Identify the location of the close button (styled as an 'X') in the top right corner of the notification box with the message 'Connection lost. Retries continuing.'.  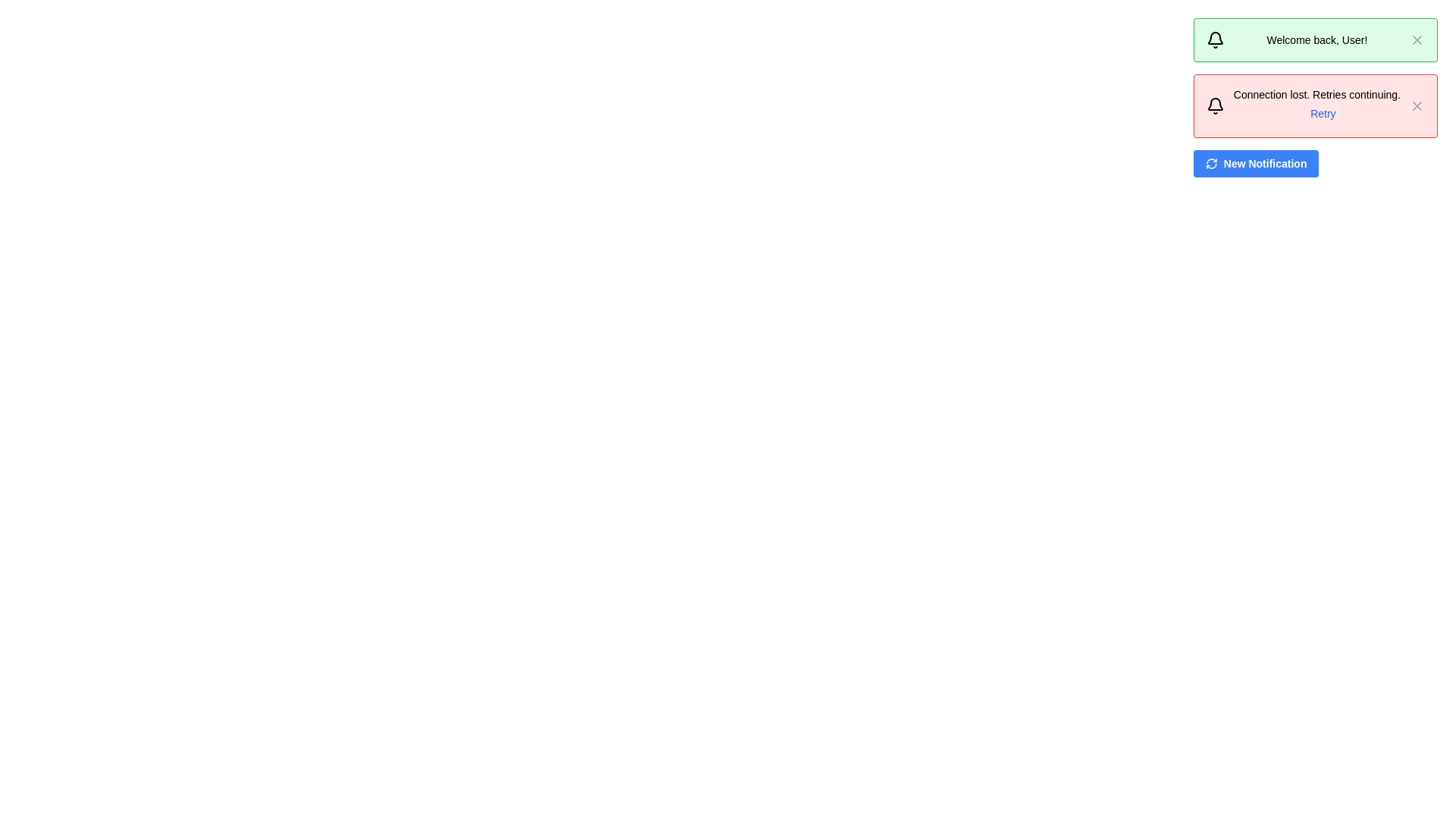
(1416, 105).